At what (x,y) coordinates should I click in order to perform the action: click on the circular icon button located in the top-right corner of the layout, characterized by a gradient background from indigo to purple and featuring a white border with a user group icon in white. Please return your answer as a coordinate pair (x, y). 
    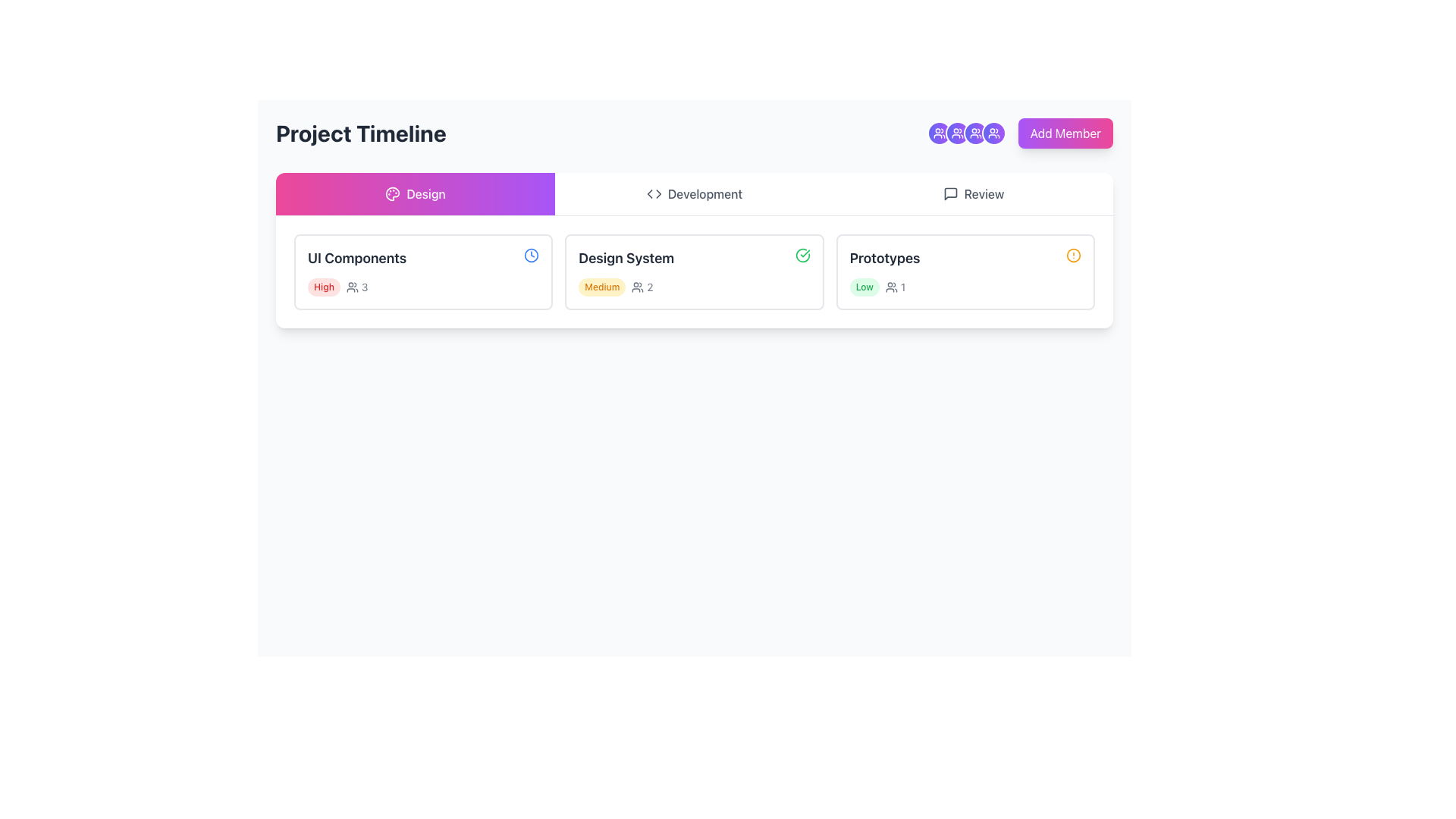
    Looking at the image, I should click on (938, 133).